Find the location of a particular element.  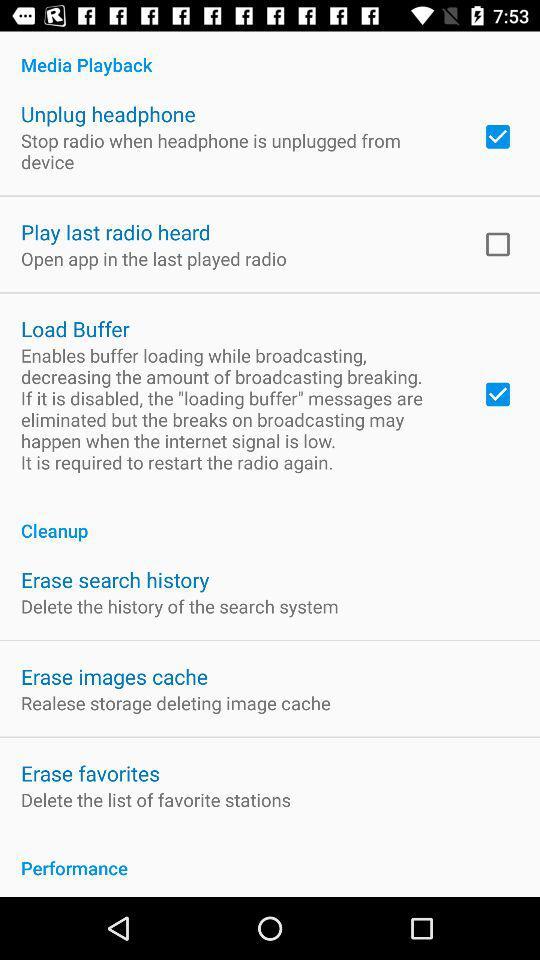

item above unplug headphone app is located at coordinates (270, 53).